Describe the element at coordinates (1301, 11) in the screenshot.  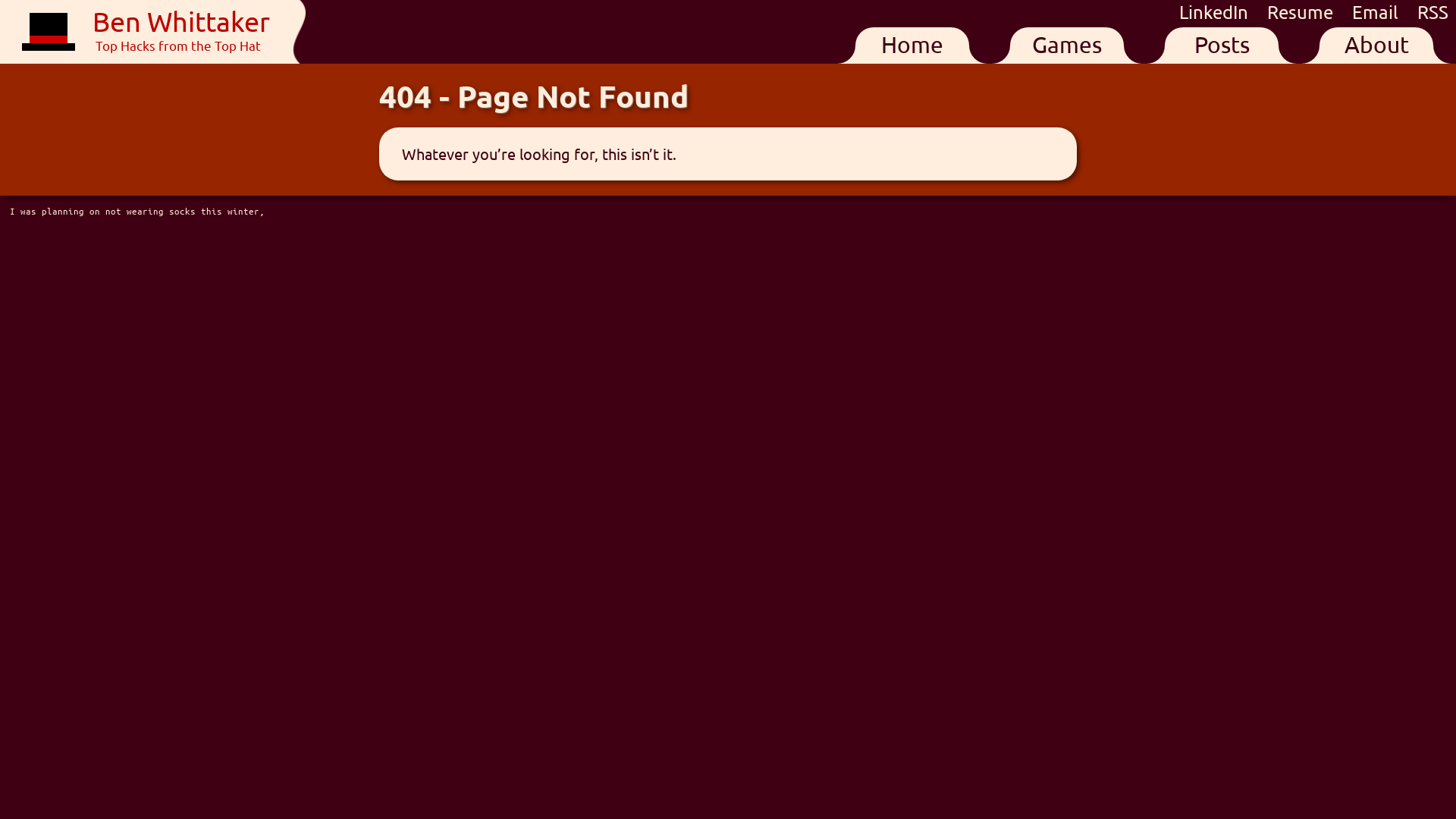
I see `'Resume'` at that location.